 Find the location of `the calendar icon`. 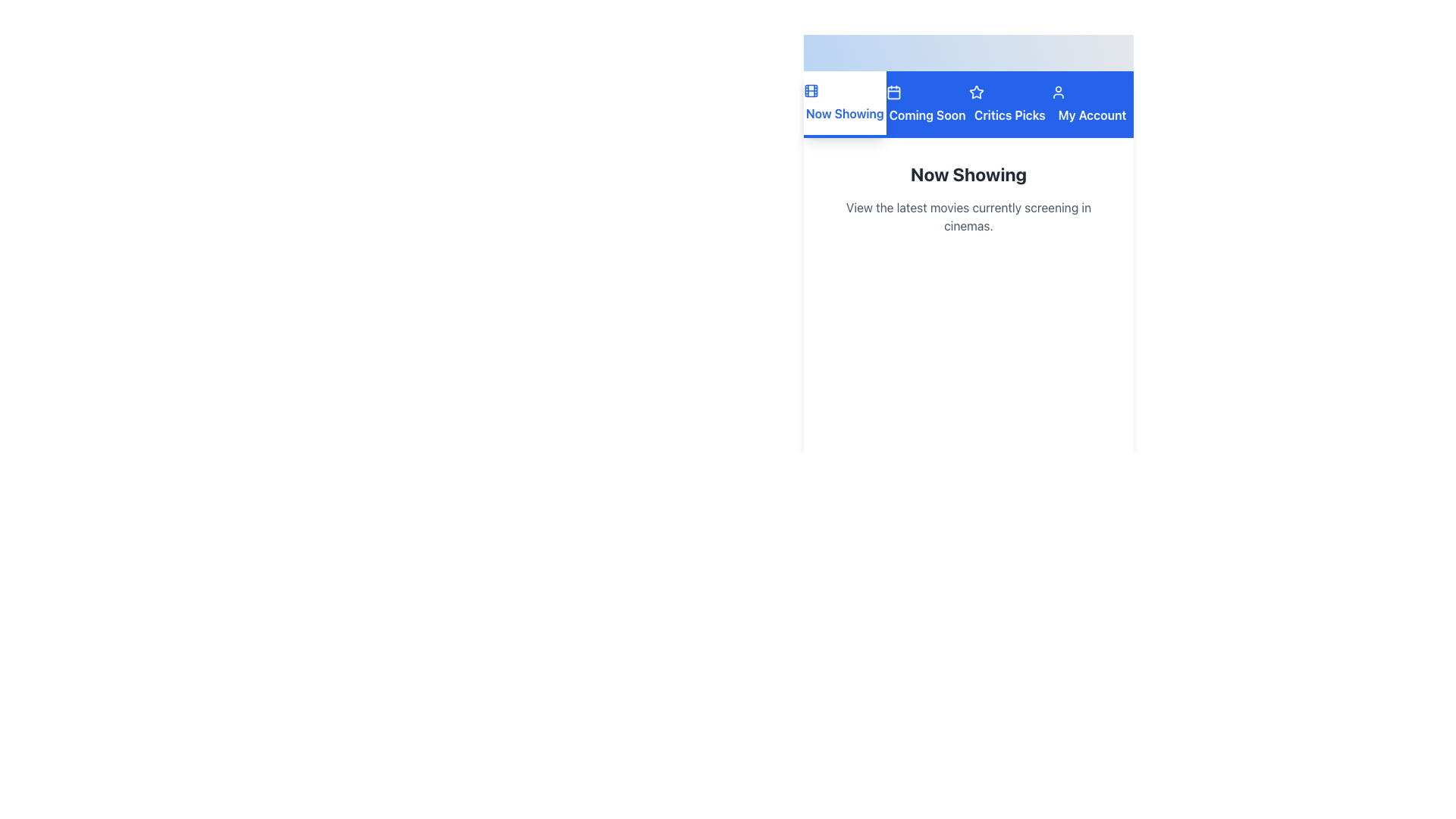

the calendar icon is located at coordinates (893, 93).